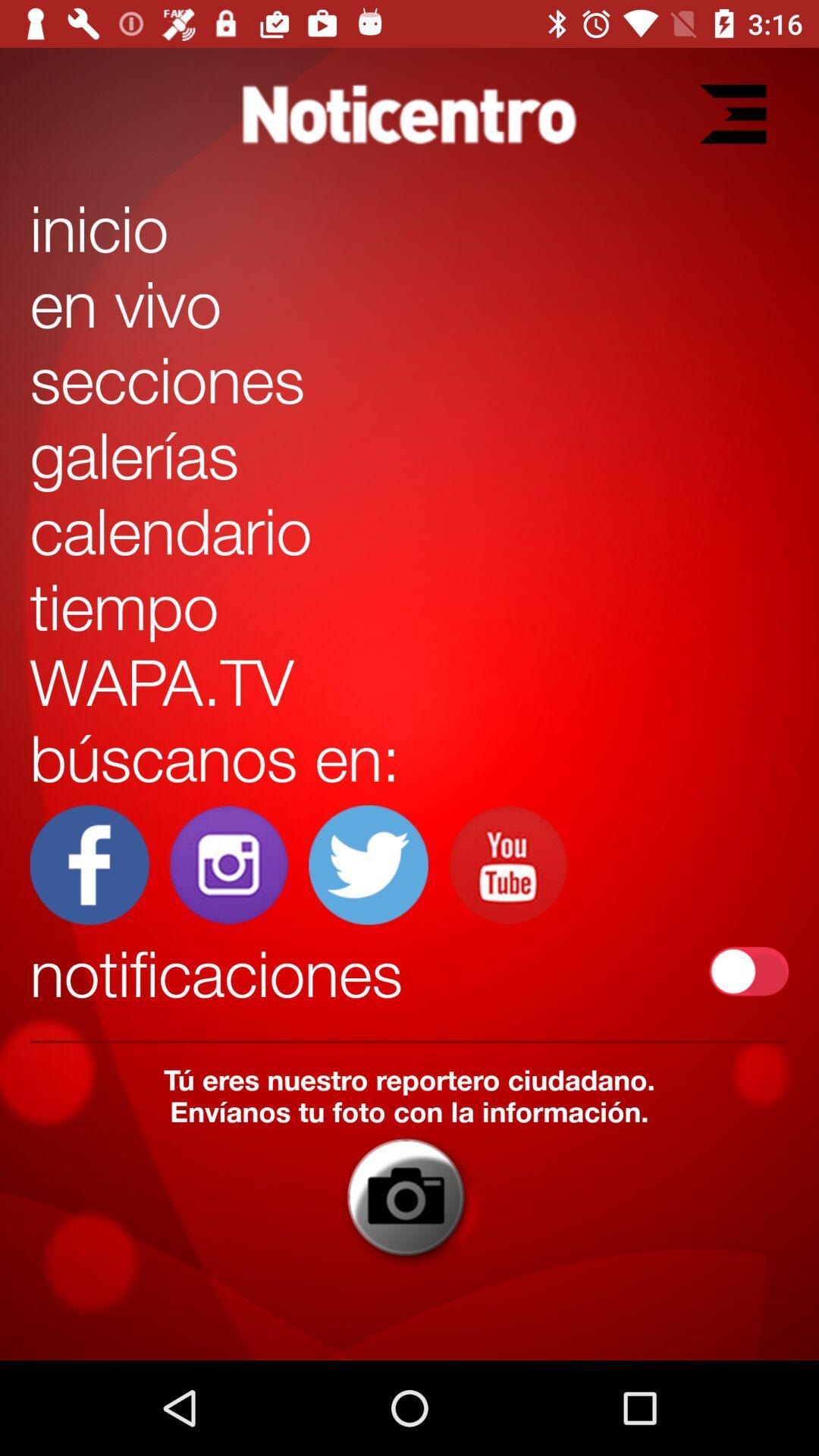 This screenshot has width=819, height=1456. I want to click on to add extension bar, so click(732, 112).